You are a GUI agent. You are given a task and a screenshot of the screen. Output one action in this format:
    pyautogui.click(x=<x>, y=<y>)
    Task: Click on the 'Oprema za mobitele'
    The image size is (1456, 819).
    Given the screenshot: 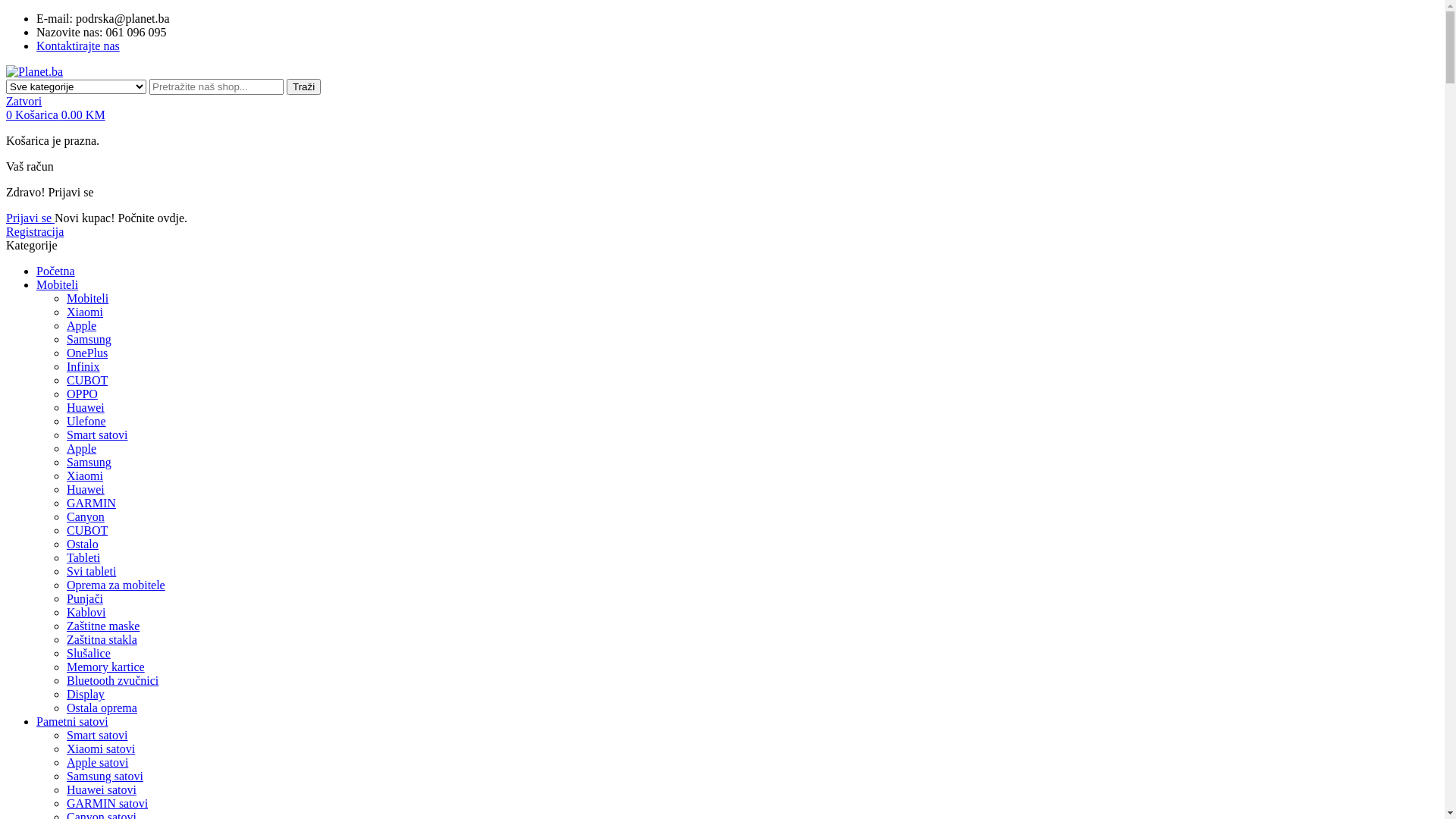 What is the action you would take?
    pyautogui.click(x=65, y=584)
    